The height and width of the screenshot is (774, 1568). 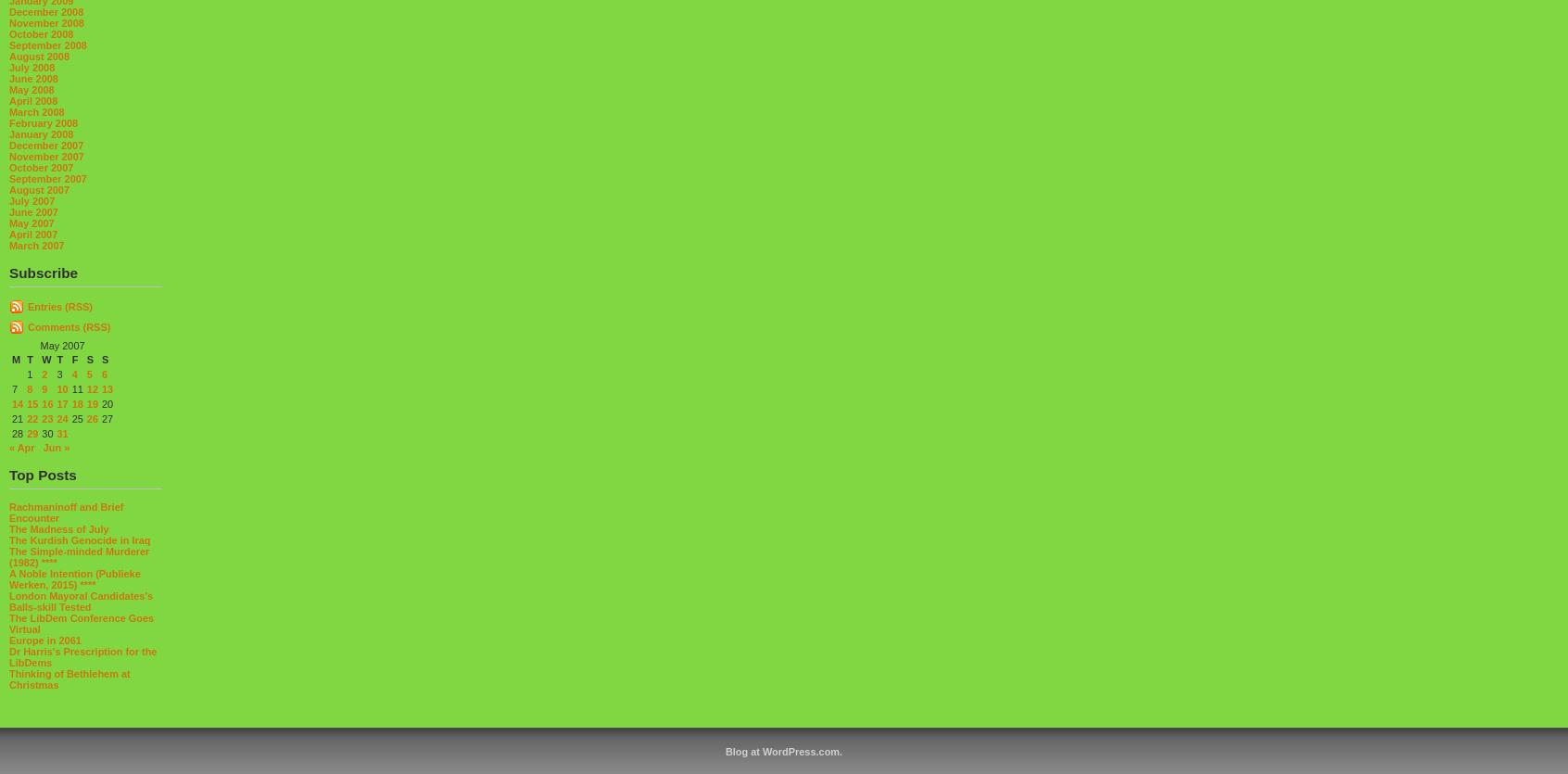 I want to click on '4', so click(x=74, y=373).